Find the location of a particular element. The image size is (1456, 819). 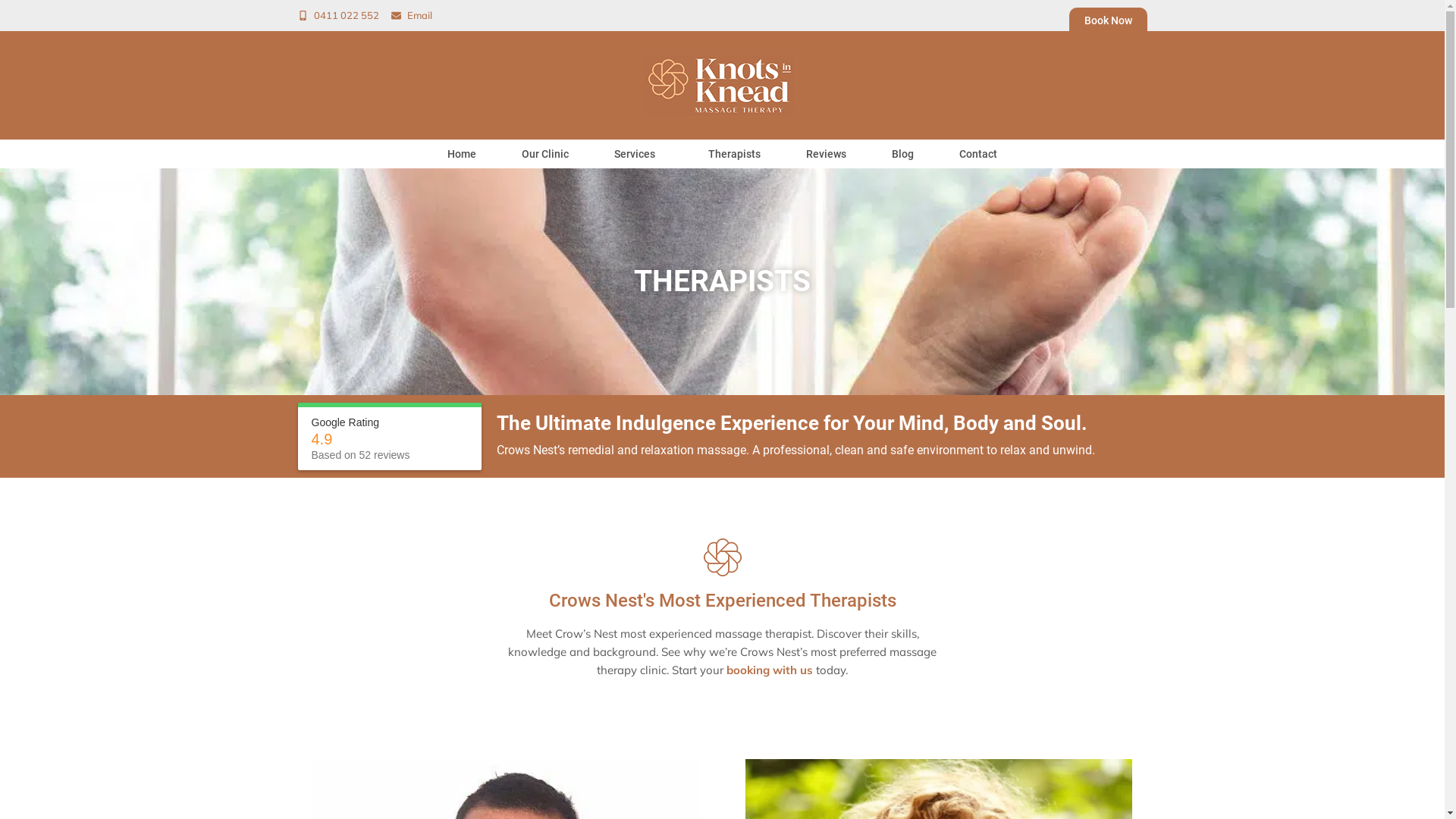

'Book Now' is located at coordinates (1108, 19).